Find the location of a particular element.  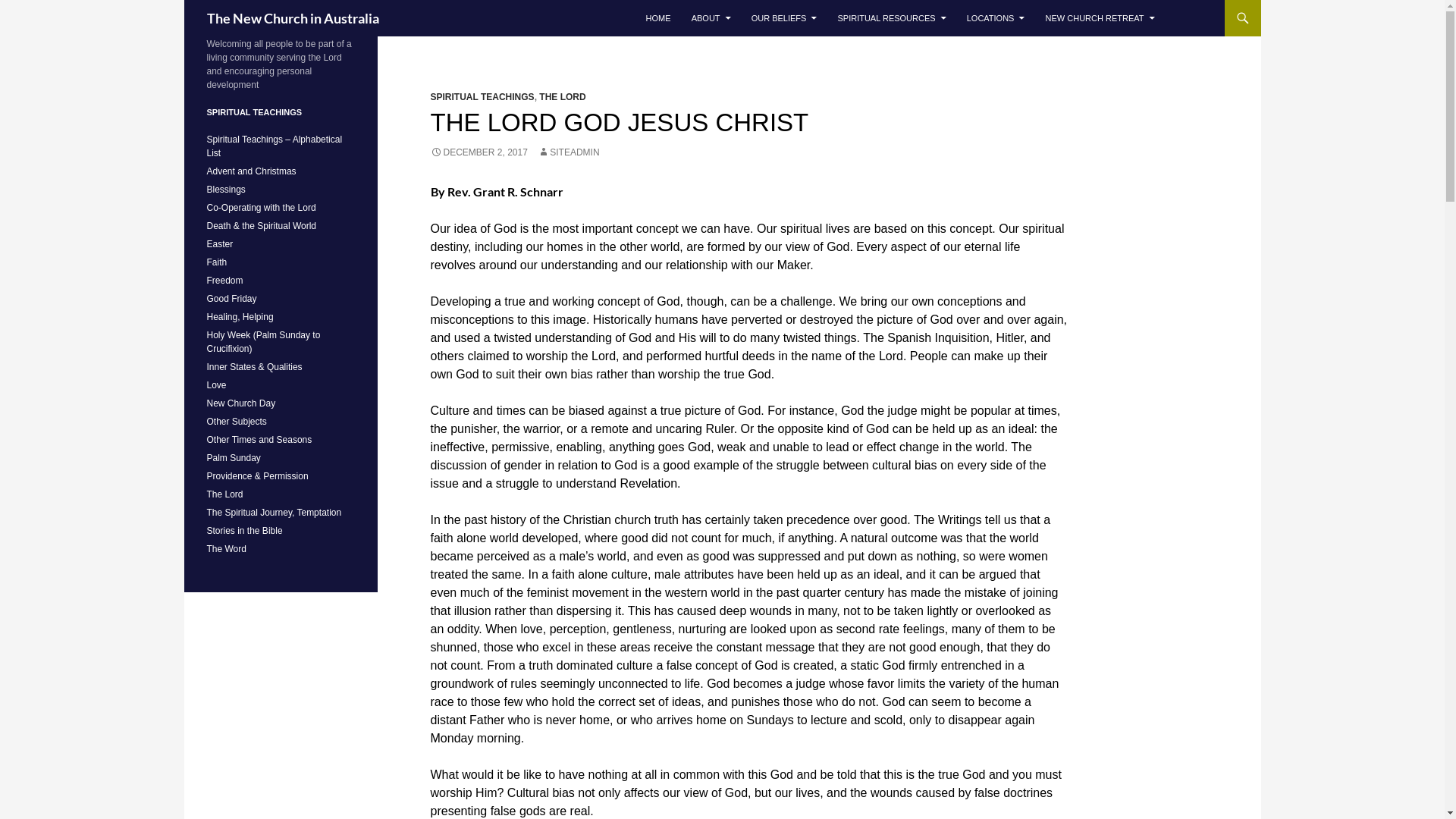

'Freedom' is located at coordinates (224, 281).